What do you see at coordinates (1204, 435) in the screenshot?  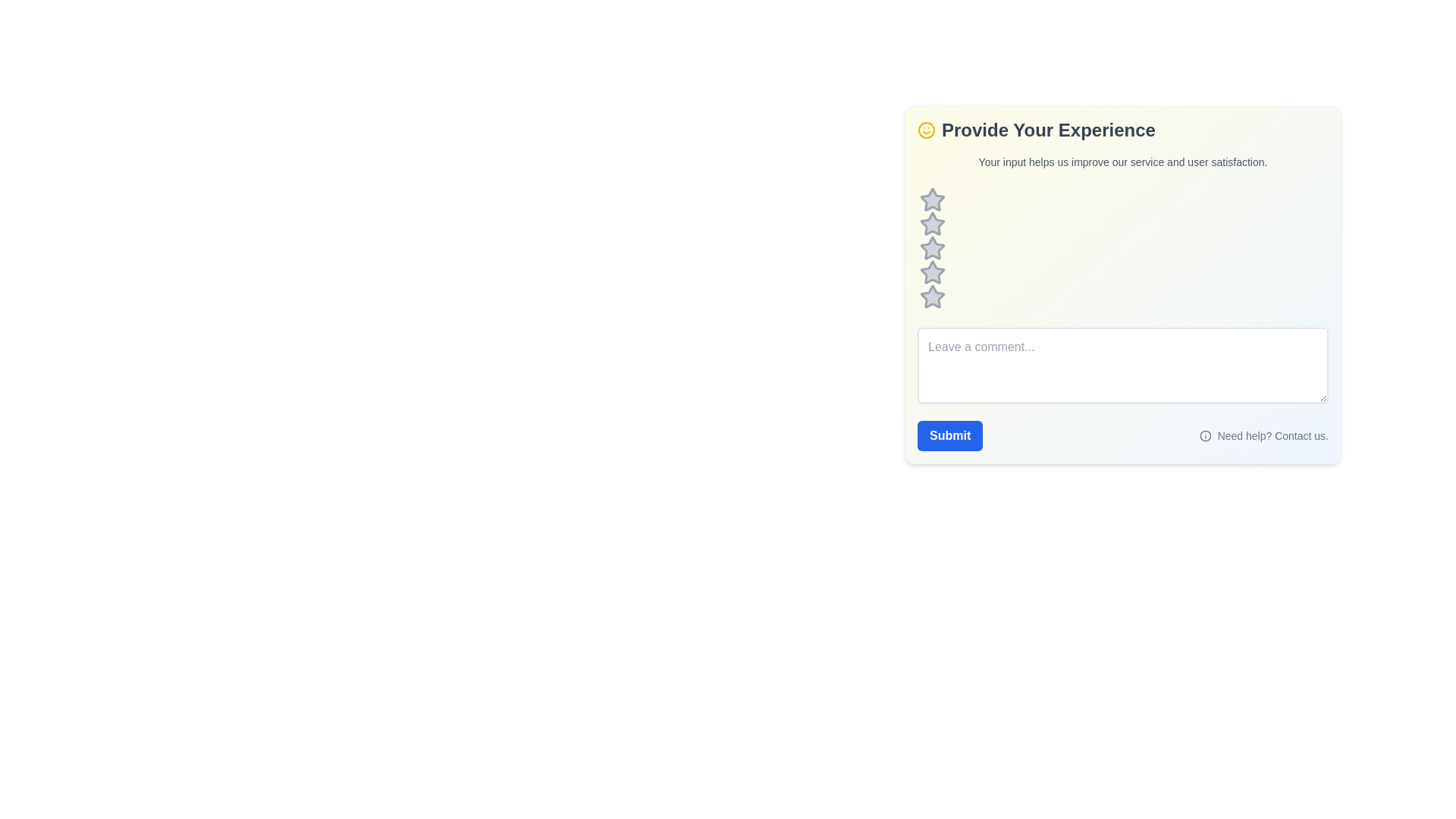 I see `the circular information icon located just to the left of the 'Need help? Contact us.' text` at bounding box center [1204, 435].